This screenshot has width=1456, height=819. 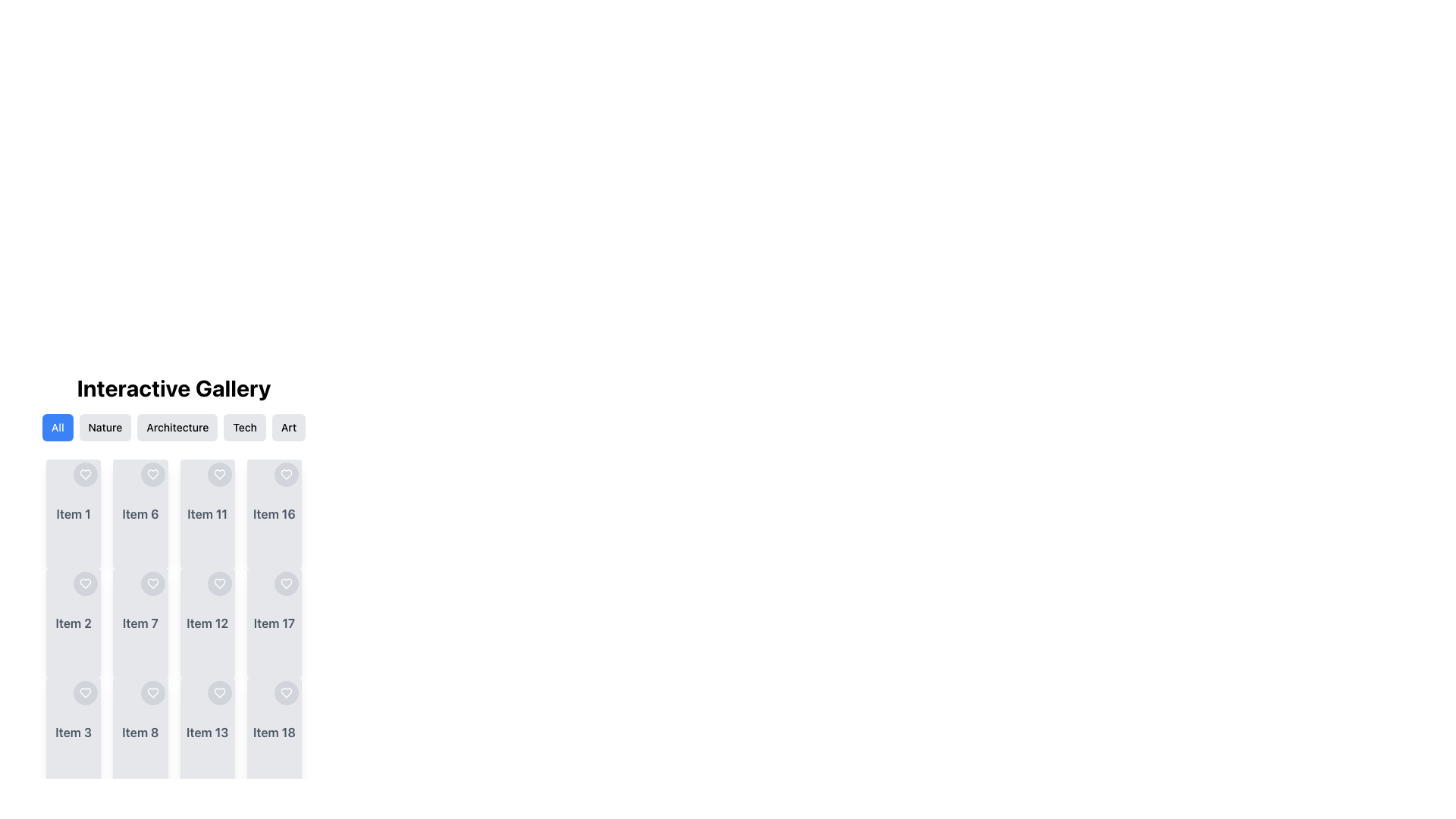 What do you see at coordinates (58, 427) in the screenshot?
I see `the 'All' button, which has a blue background and white bold text` at bounding box center [58, 427].